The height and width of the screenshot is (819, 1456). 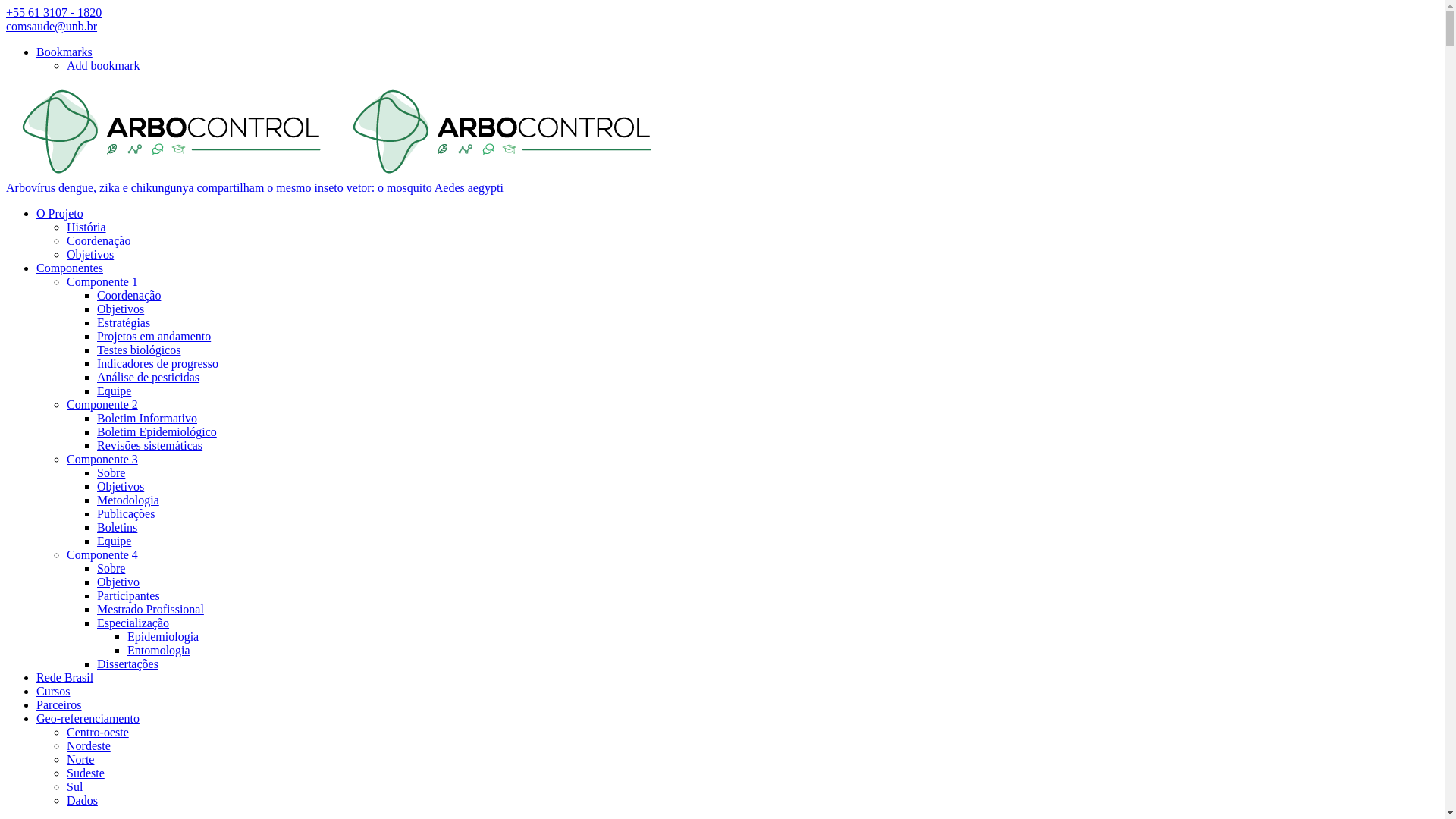 I want to click on 'Boletins', so click(x=116, y=526).